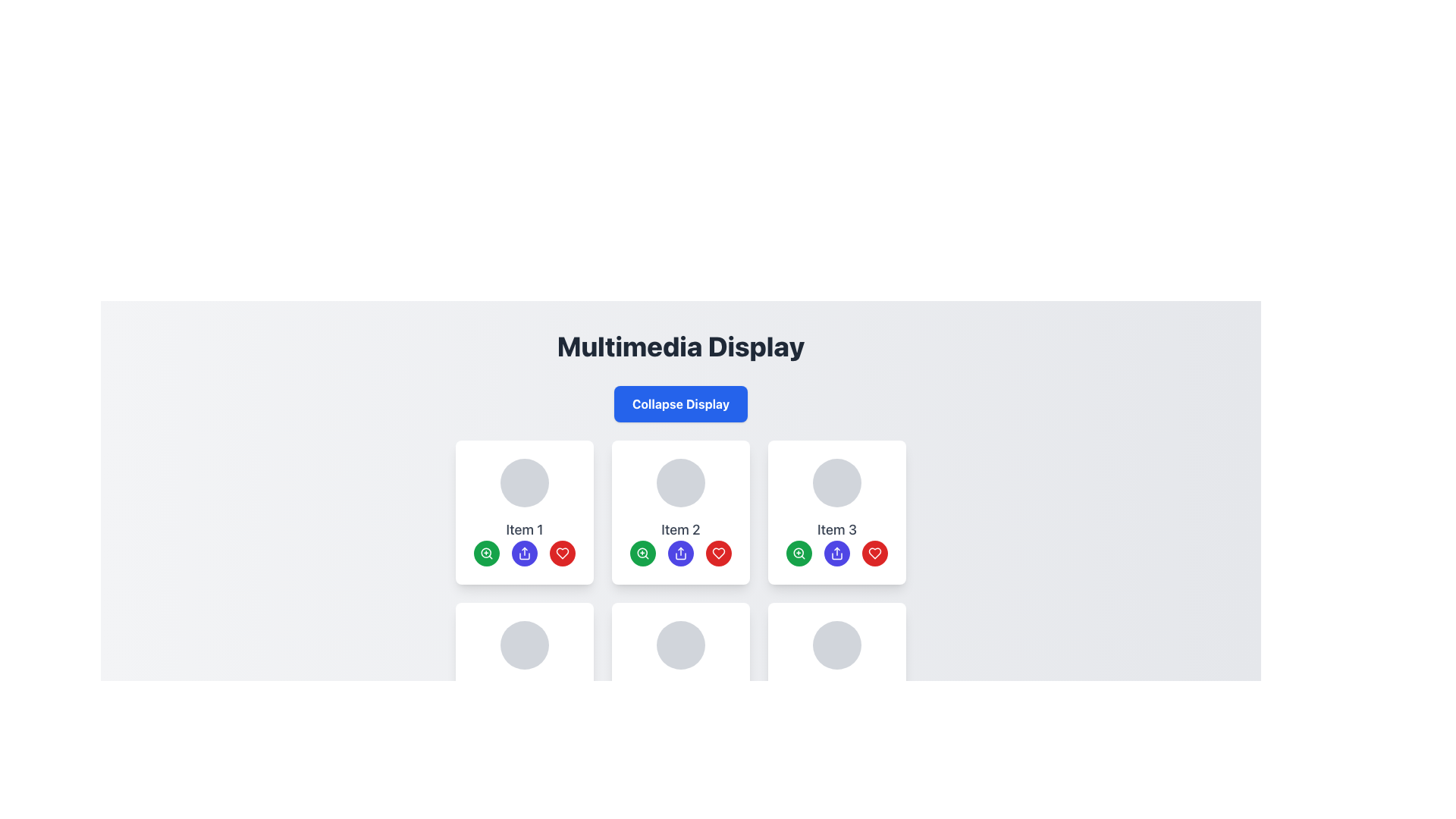 The image size is (1456, 819). Describe the element at coordinates (679, 346) in the screenshot. I see `the text label that displays 'Multimedia Display', which is styled in bold, extra-large dark gray font and is centrally positioned above the 'Collapse Display' button` at that location.